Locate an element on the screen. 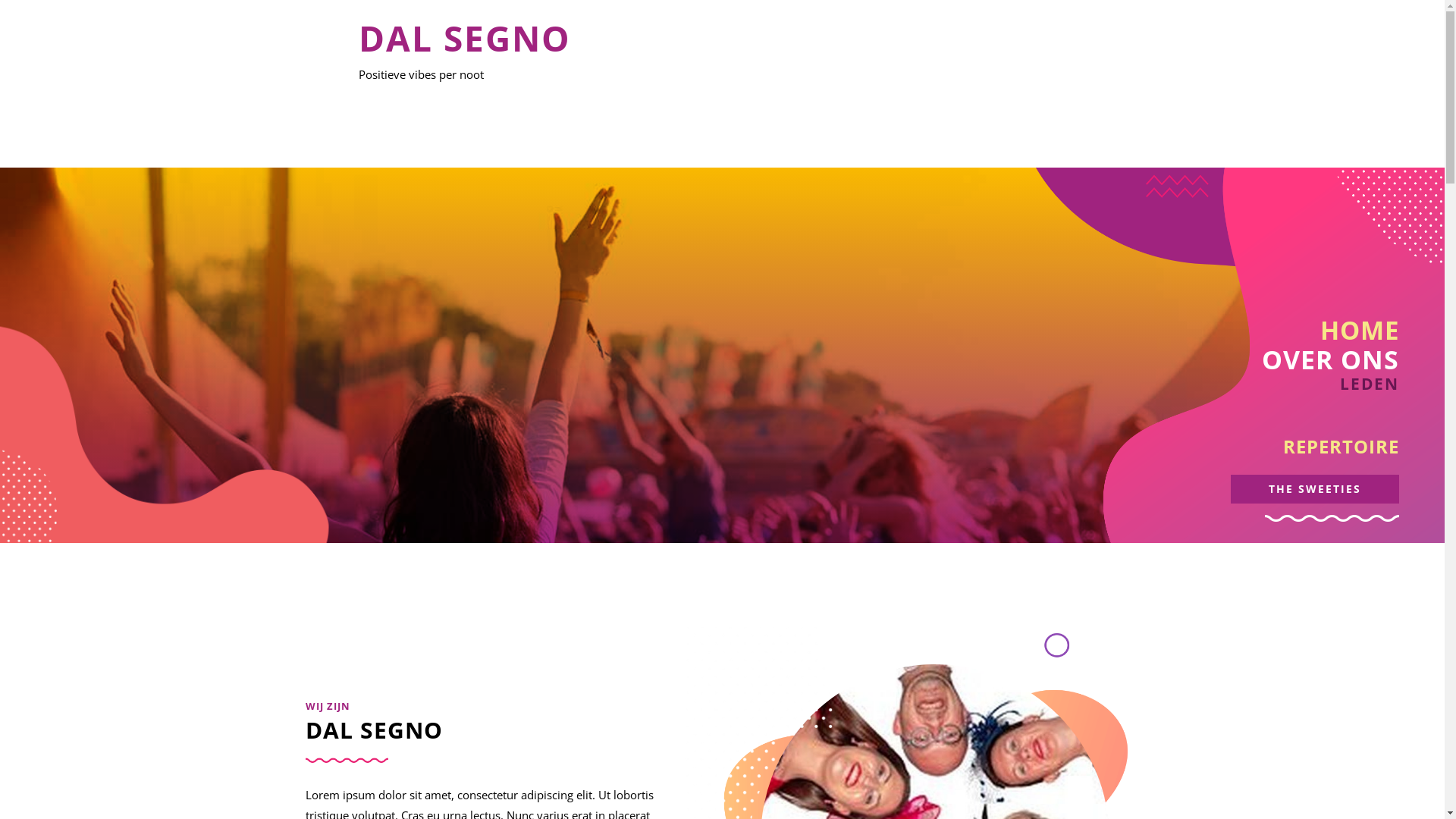 The image size is (1456, 819). 'THE SWEETIES' is located at coordinates (1313, 488).